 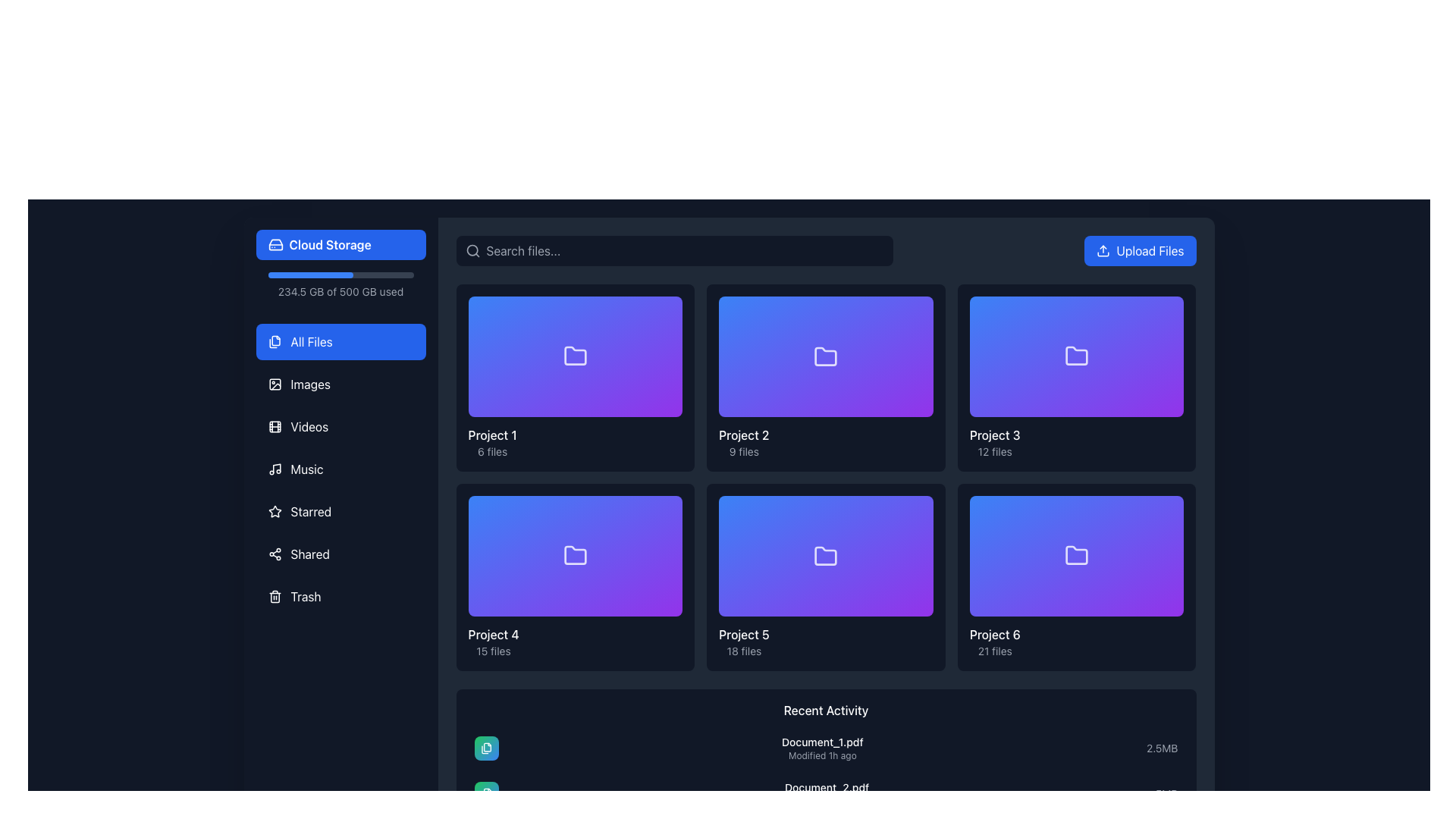 I want to click on the vertical ellipsis button located in the top-right corner of the 'Project 3' folder card, so click(x=1168, y=311).